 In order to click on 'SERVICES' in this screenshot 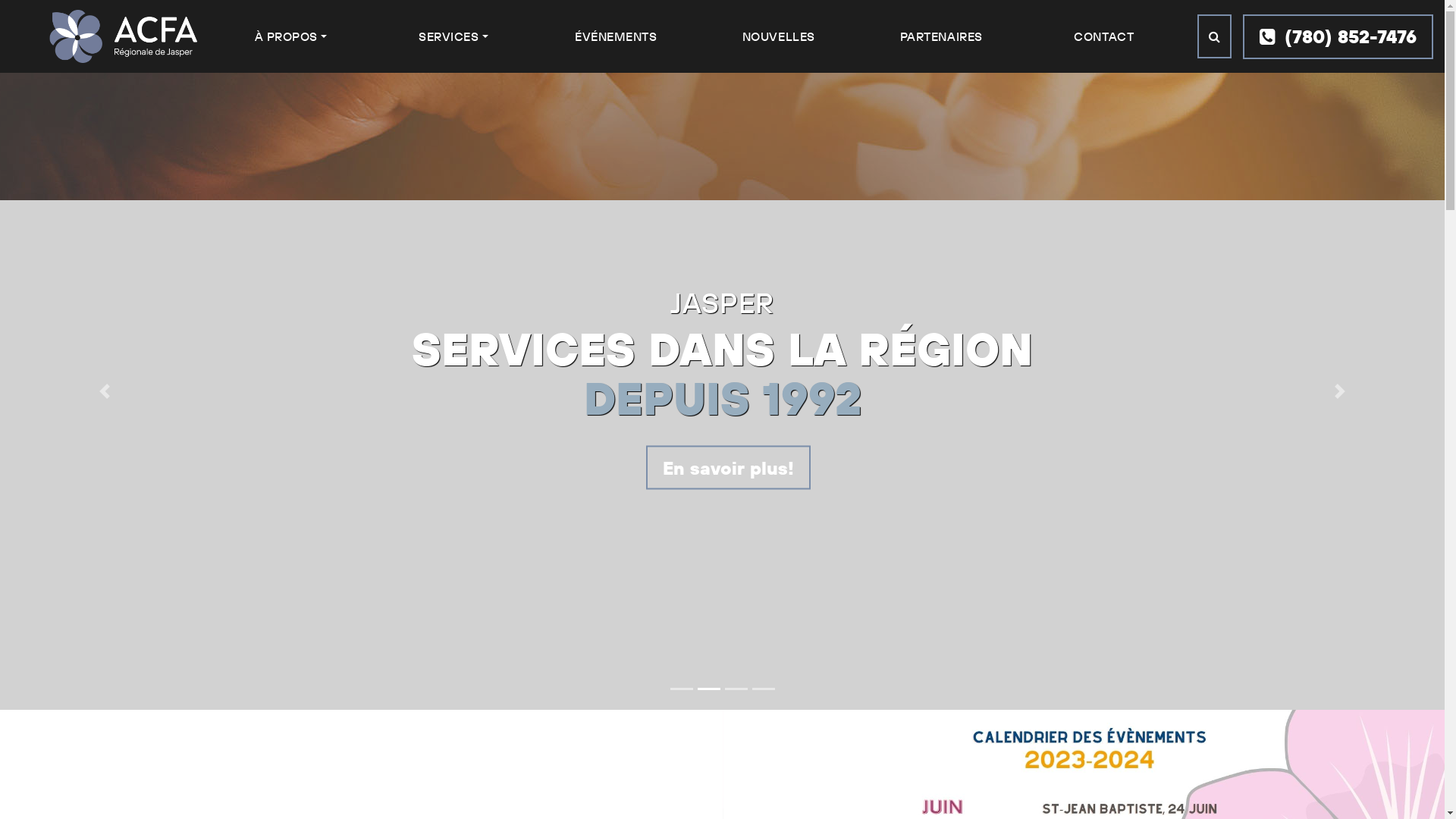, I will do `click(453, 35)`.